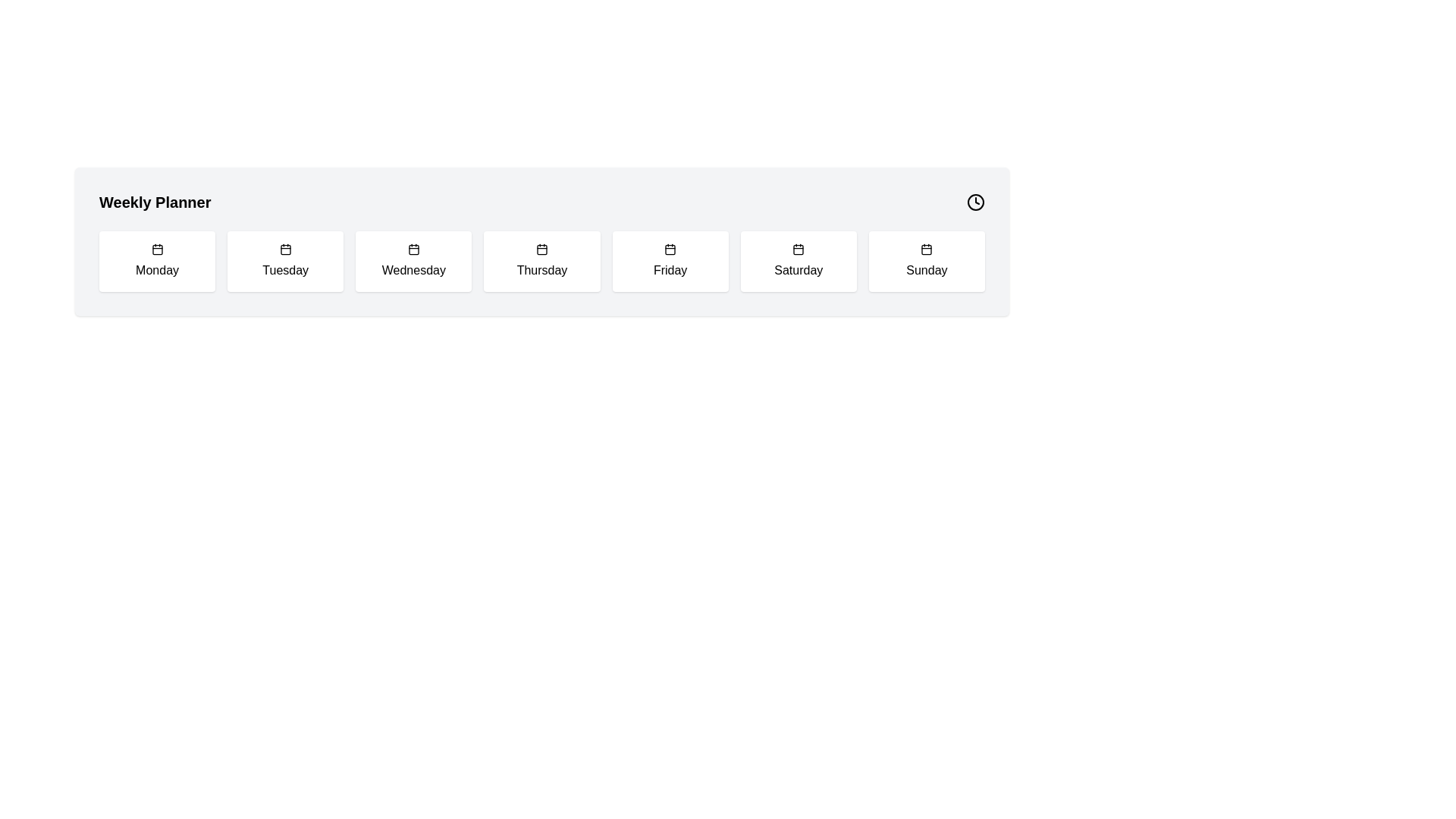 The image size is (1456, 819). What do you see at coordinates (413, 249) in the screenshot?
I see `the highlighted rectangle indicating the selected day within the calendar icon located beneath 'Wednesday'` at bounding box center [413, 249].